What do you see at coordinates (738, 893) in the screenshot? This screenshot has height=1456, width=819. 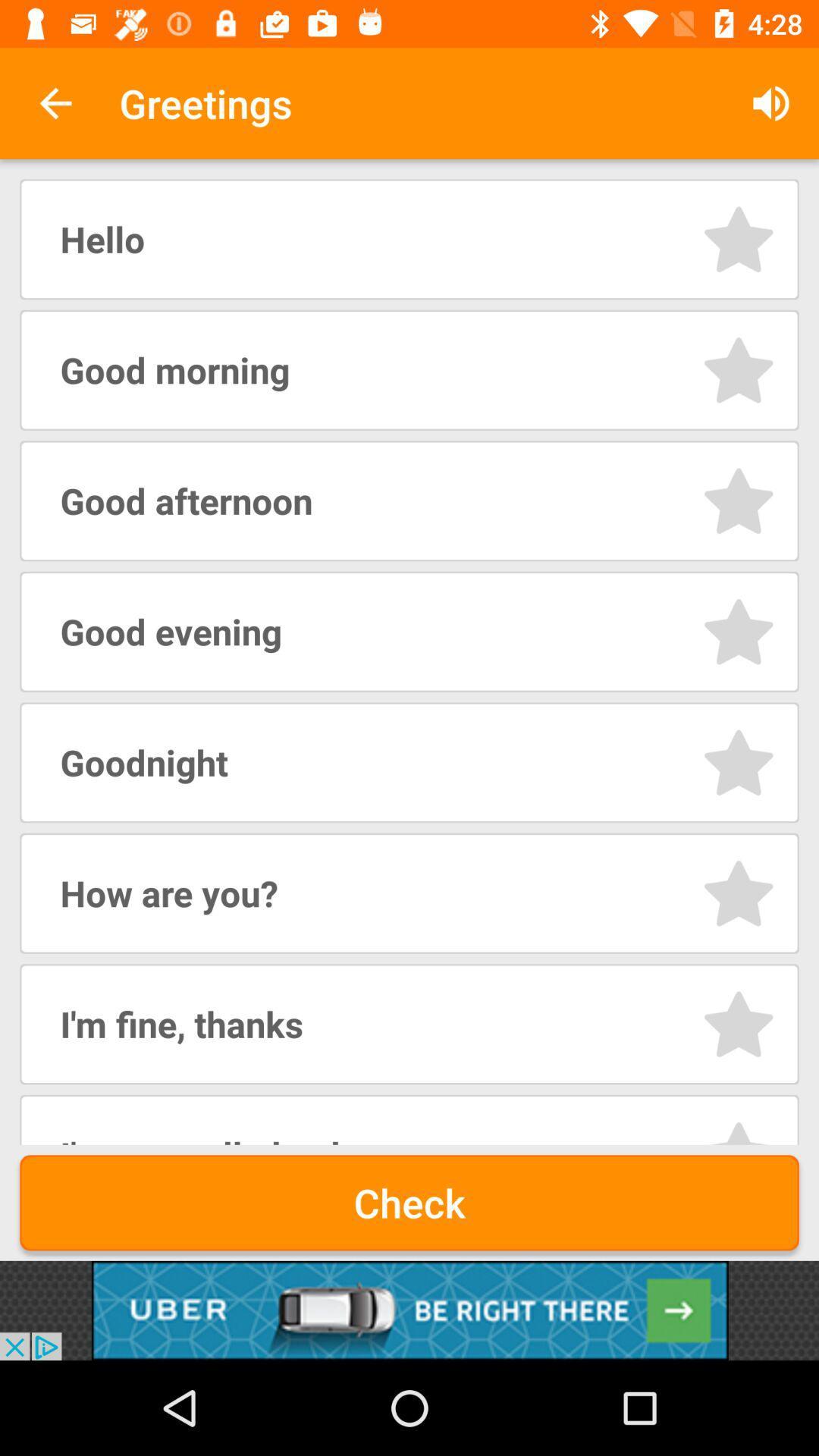 I see `star` at bounding box center [738, 893].